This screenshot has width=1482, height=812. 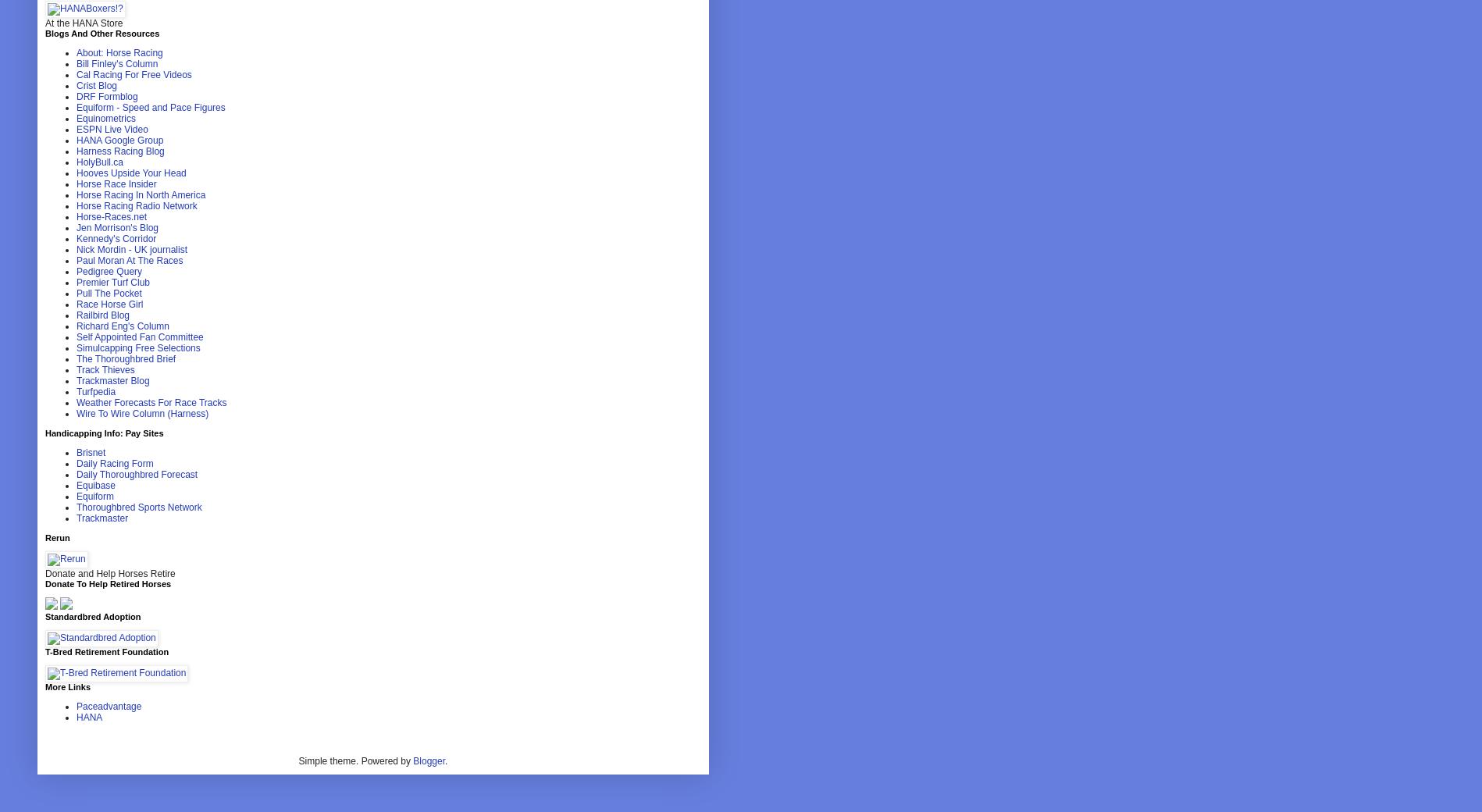 I want to click on 'Wire To Wire Column (Harness)', so click(x=141, y=412).